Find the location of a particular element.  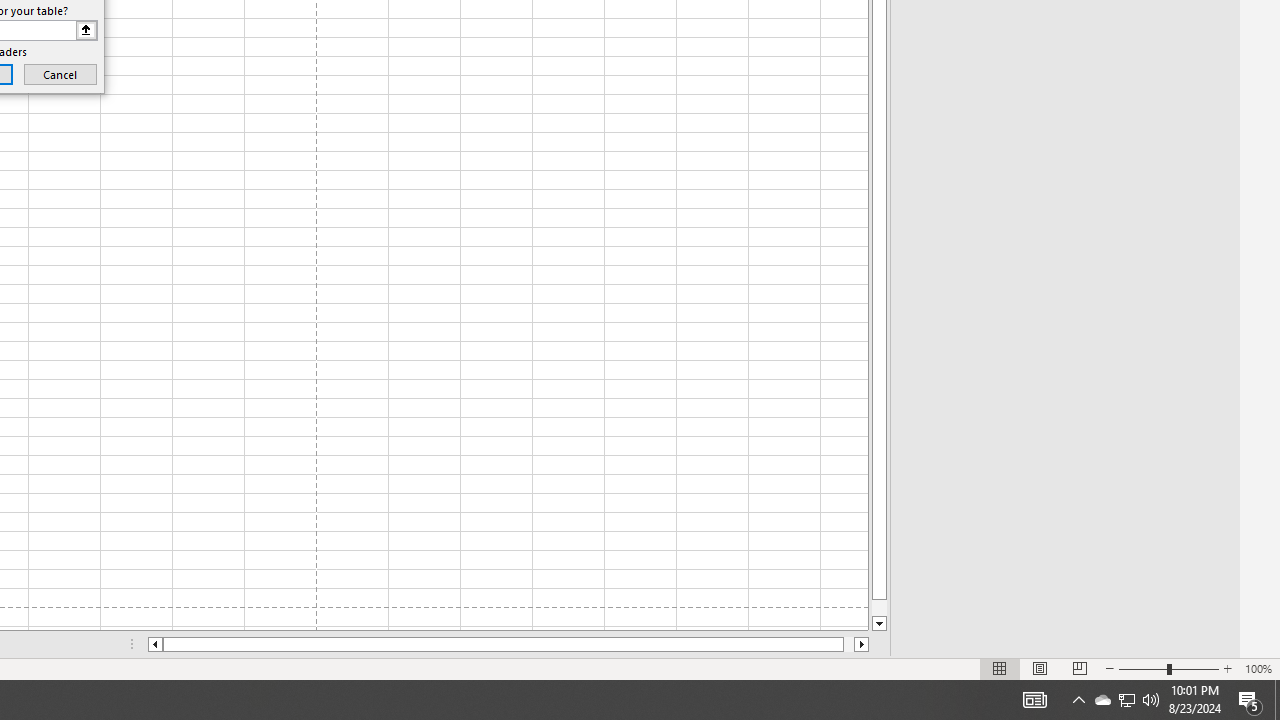

'Page right' is located at coordinates (848, 644).